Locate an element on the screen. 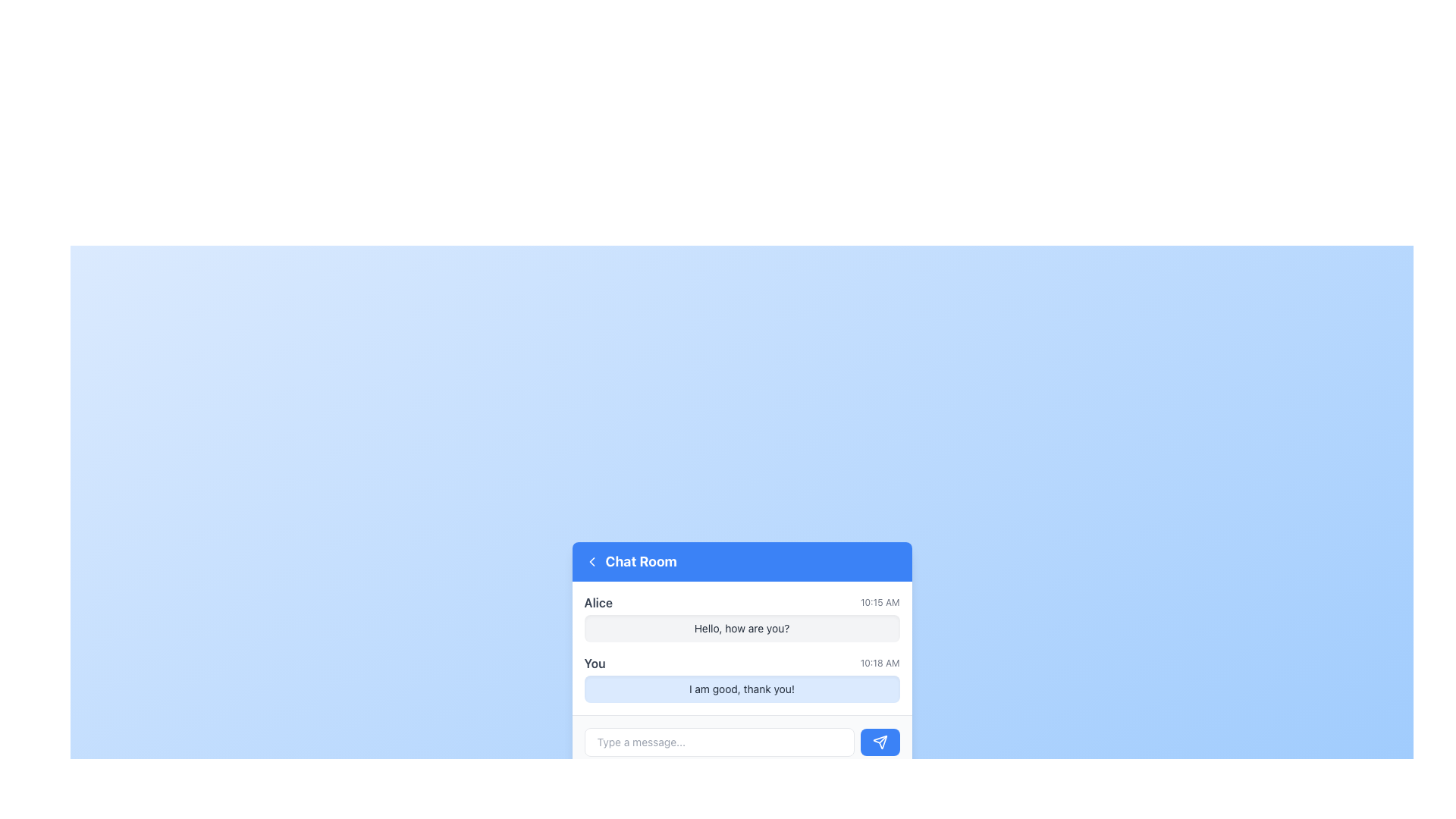 The height and width of the screenshot is (819, 1456). the chat message displayed with the text 'I am good, thank you!' from 'You', which is the second message in the sequence, positioned below 'Hello, how are you?' from 'Alice' is located at coordinates (742, 677).